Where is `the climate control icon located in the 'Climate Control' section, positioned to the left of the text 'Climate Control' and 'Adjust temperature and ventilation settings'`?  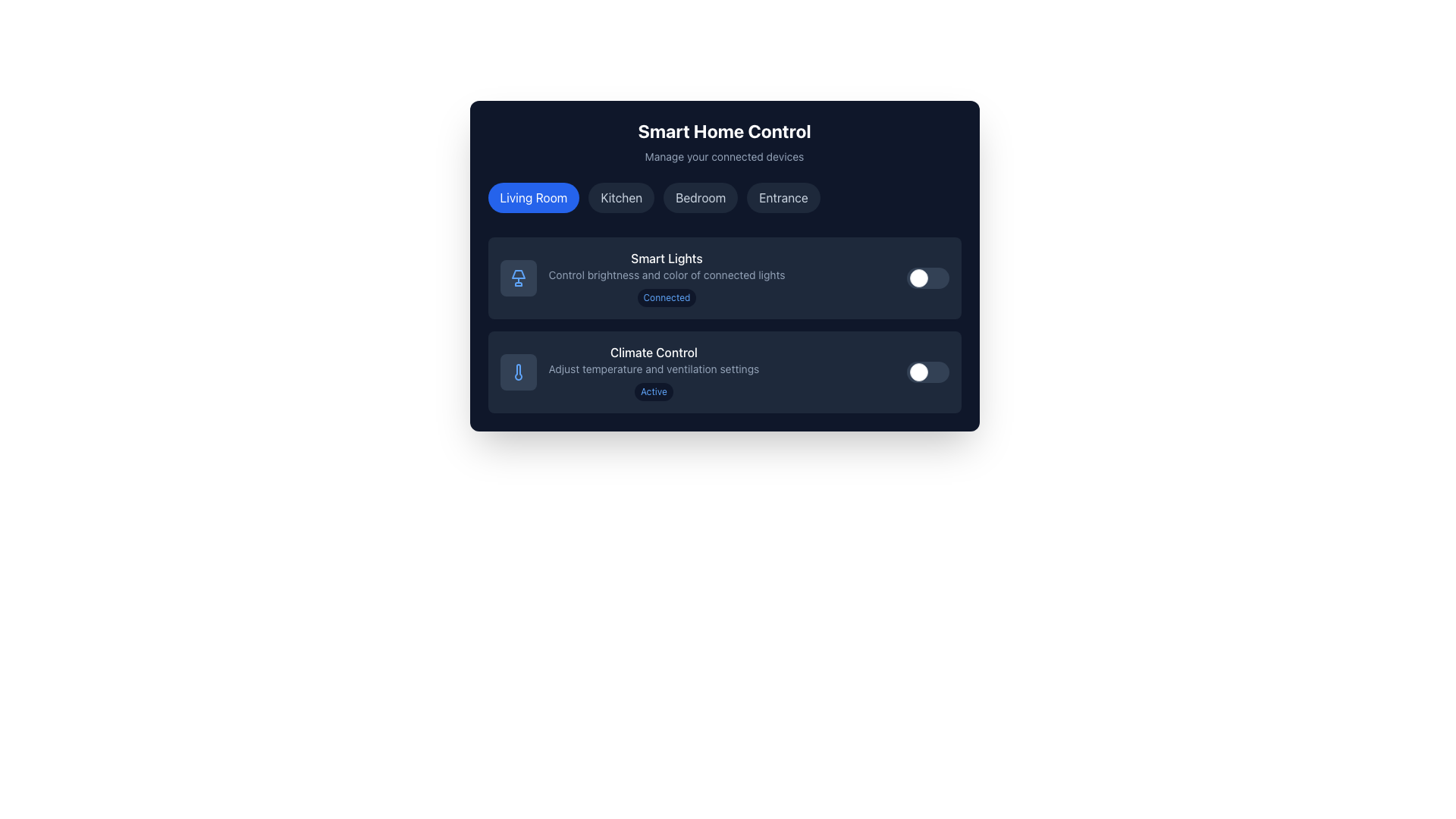
the climate control icon located in the 'Climate Control' section, positioned to the left of the text 'Climate Control' and 'Adjust temperature and ventilation settings' is located at coordinates (518, 372).